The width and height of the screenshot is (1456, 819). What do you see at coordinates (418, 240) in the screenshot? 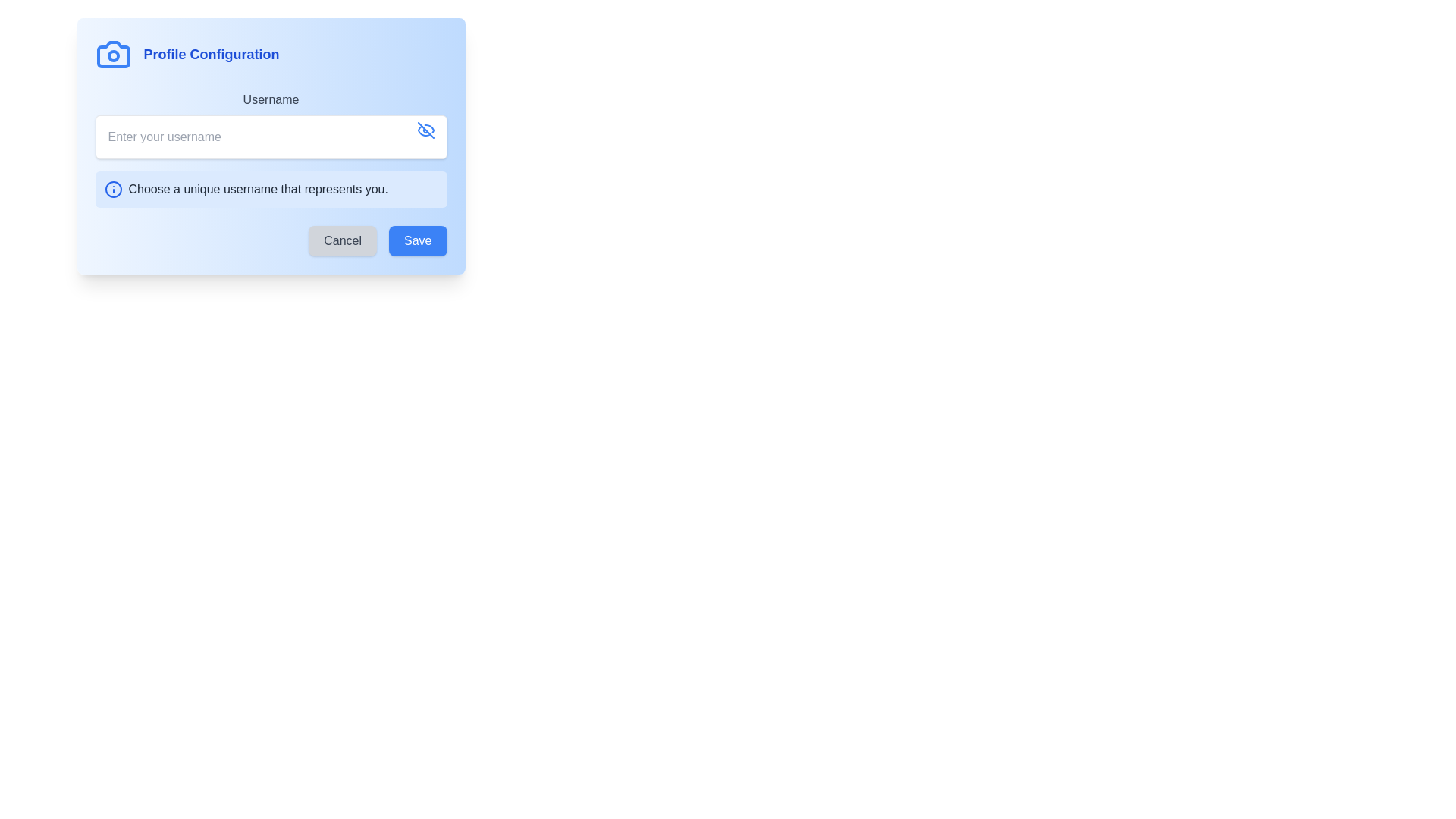
I see `the blue 'Save' button with white text located at the bottom-right corner of the modal dialog to observe the hover effect` at bounding box center [418, 240].